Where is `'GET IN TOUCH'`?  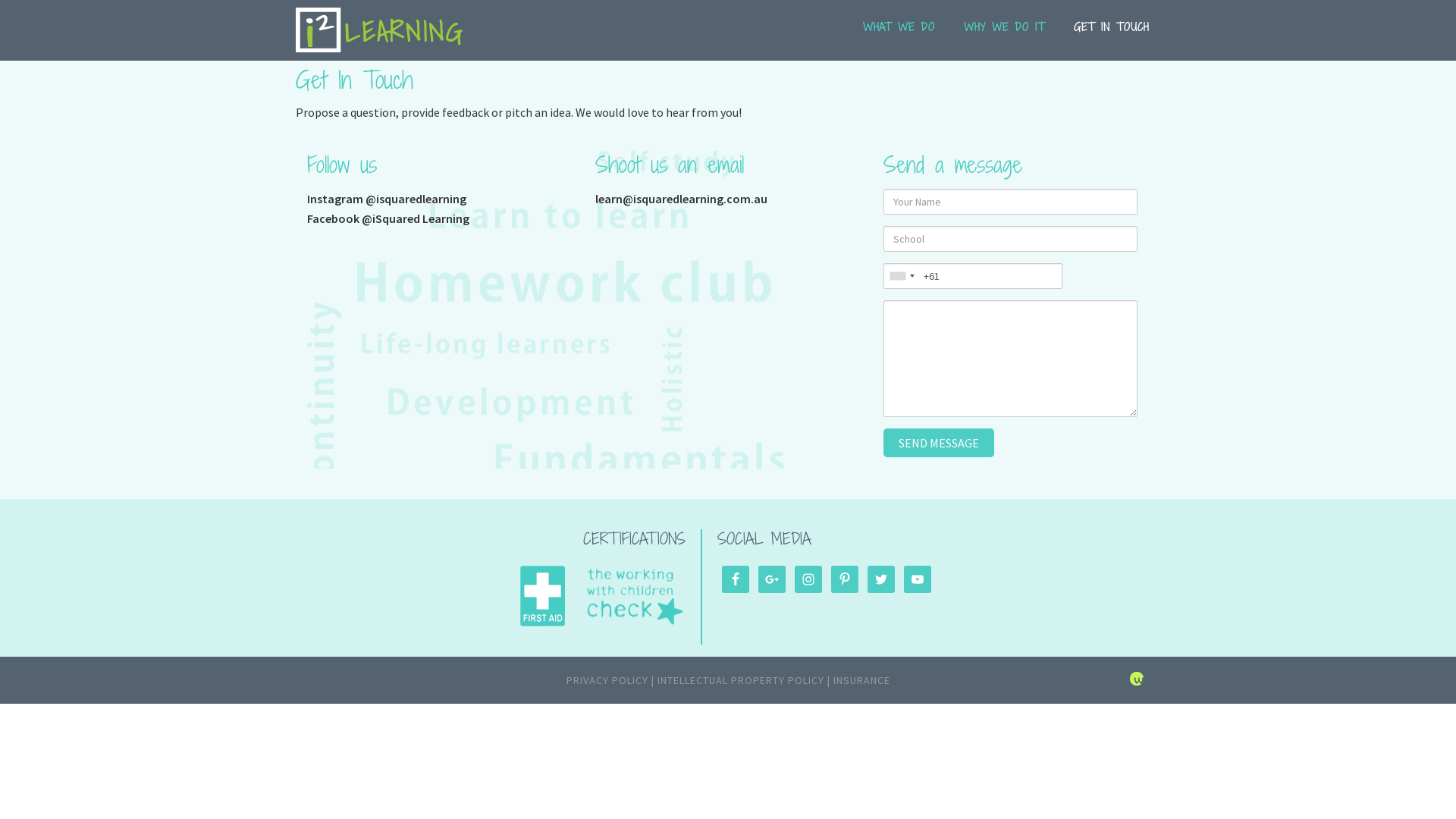 'GET IN TOUCH' is located at coordinates (1111, 35).